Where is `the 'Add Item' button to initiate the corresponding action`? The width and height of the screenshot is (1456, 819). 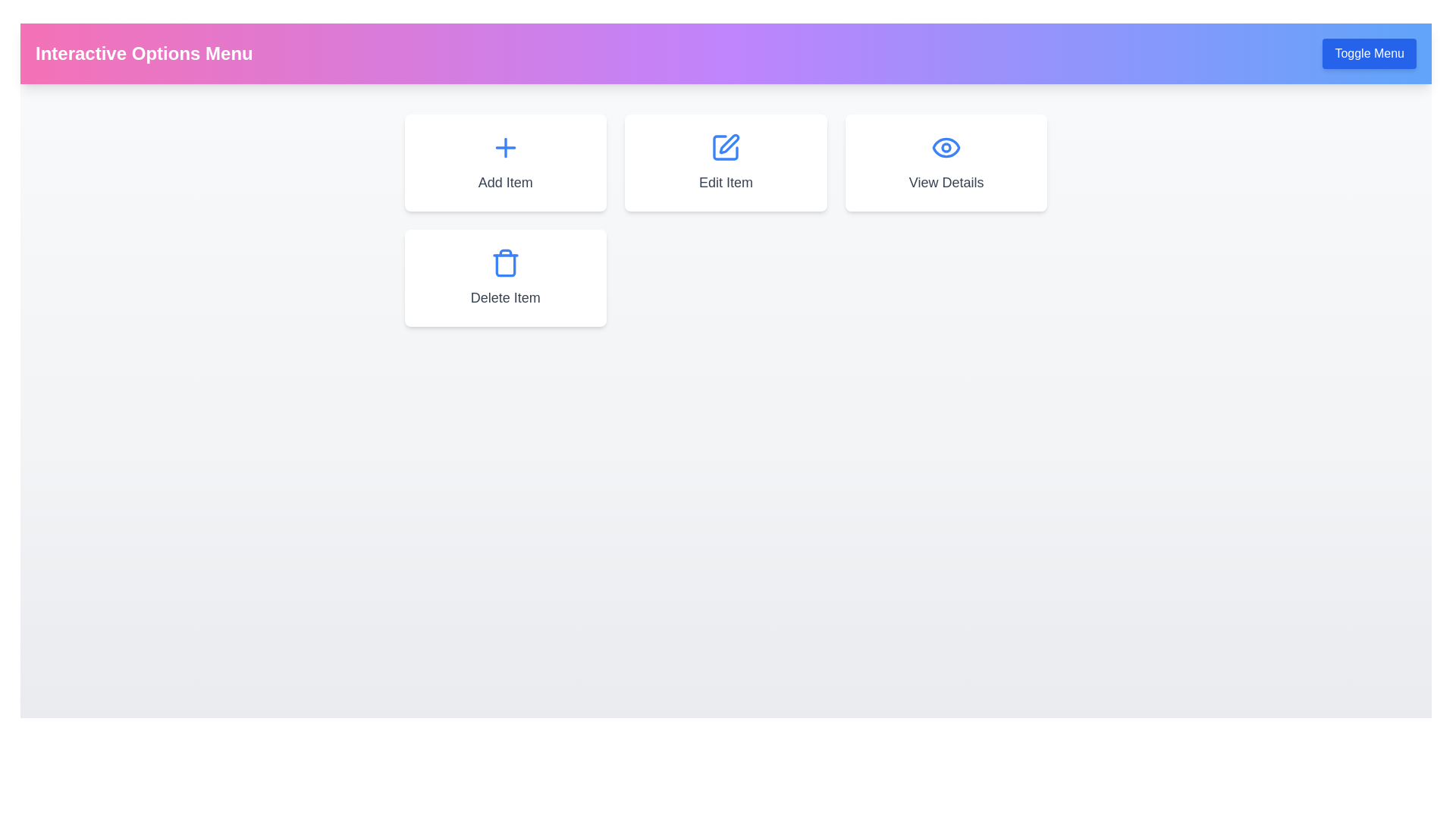 the 'Add Item' button to initiate the corresponding action is located at coordinates (505, 163).